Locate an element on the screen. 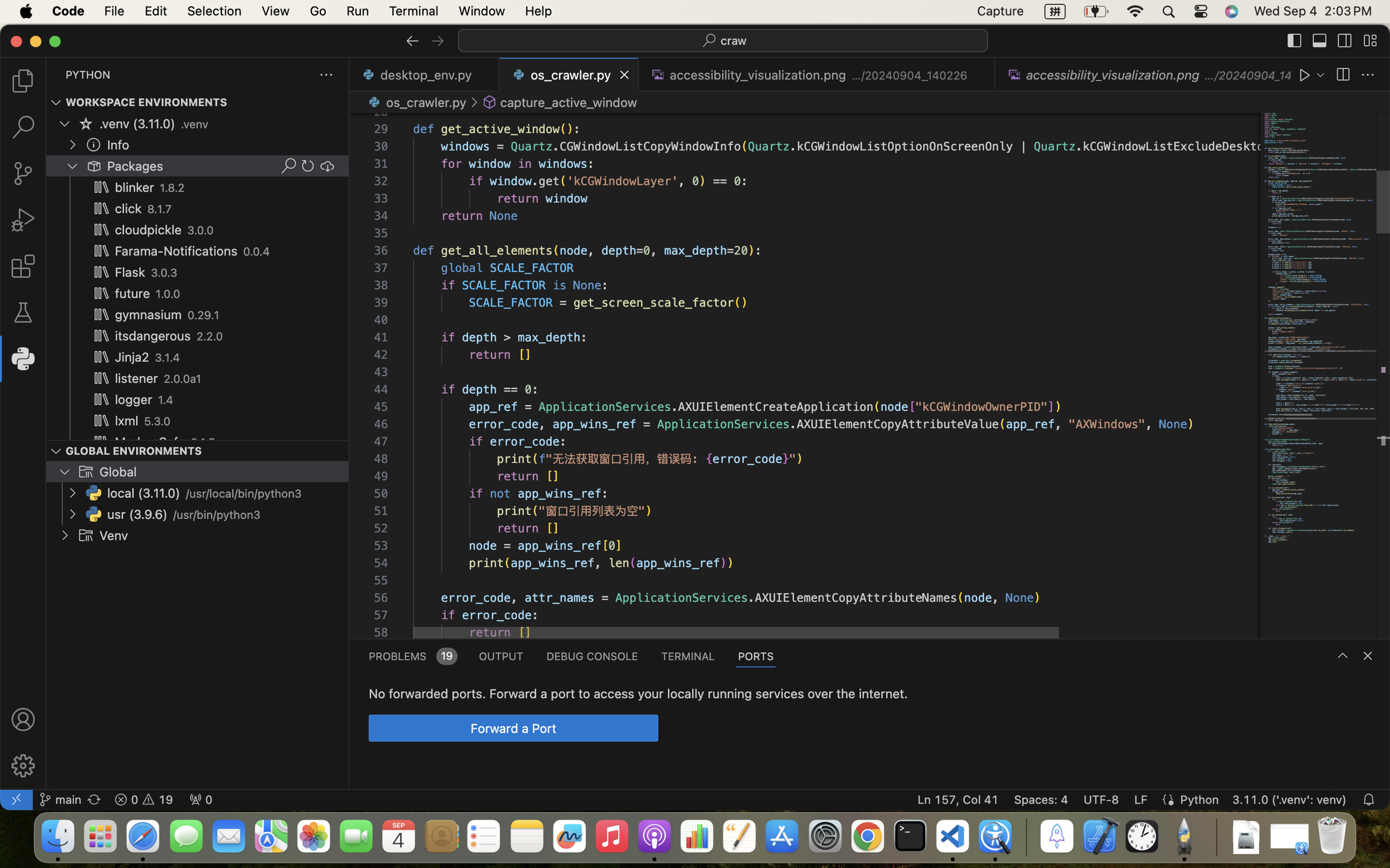 The image size is (1390, 868). '0 ' is located at coordinates (22, 312).